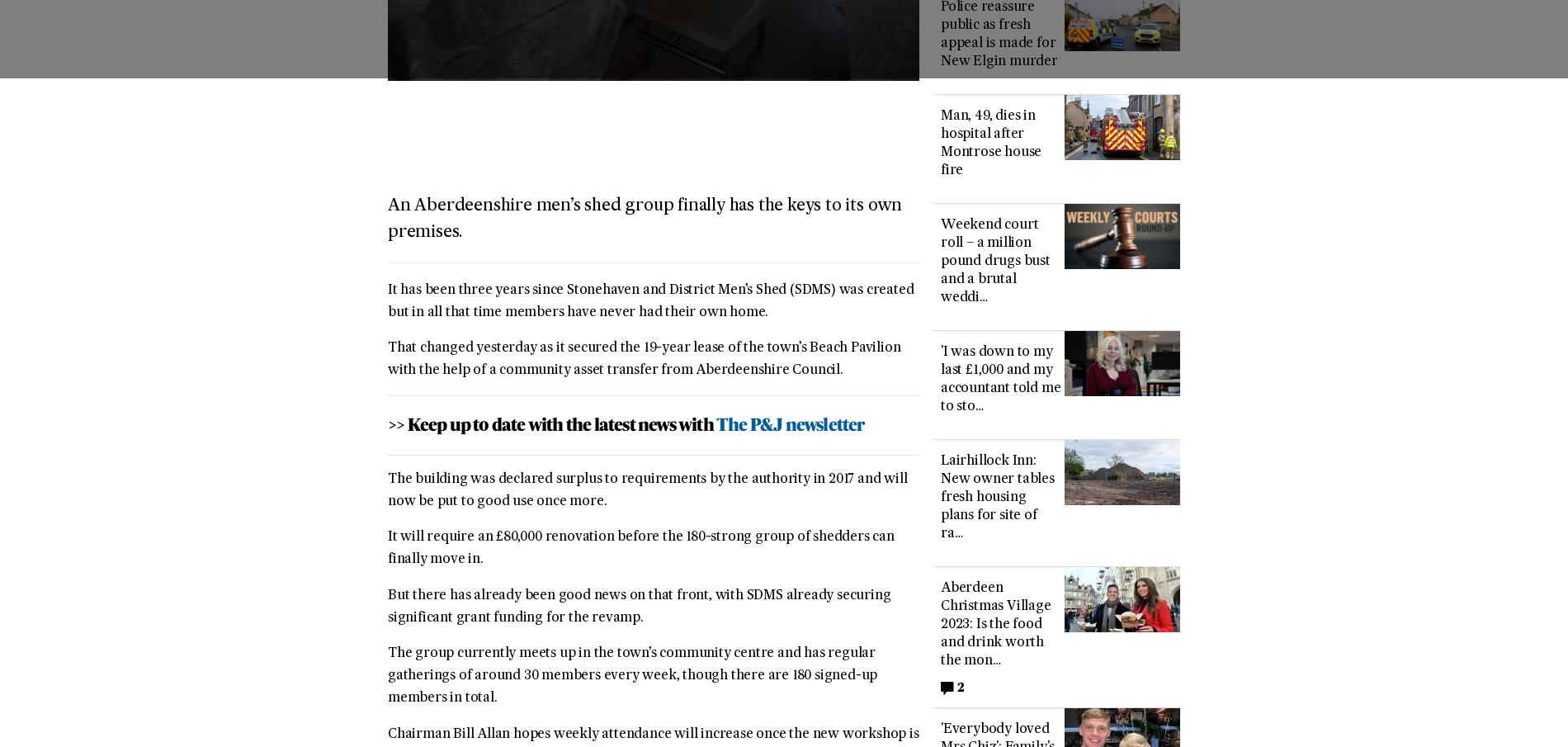  Describe the element at coordinates (790, 424) in the screenshot. I see `'The P&J newsletter'` at that location.